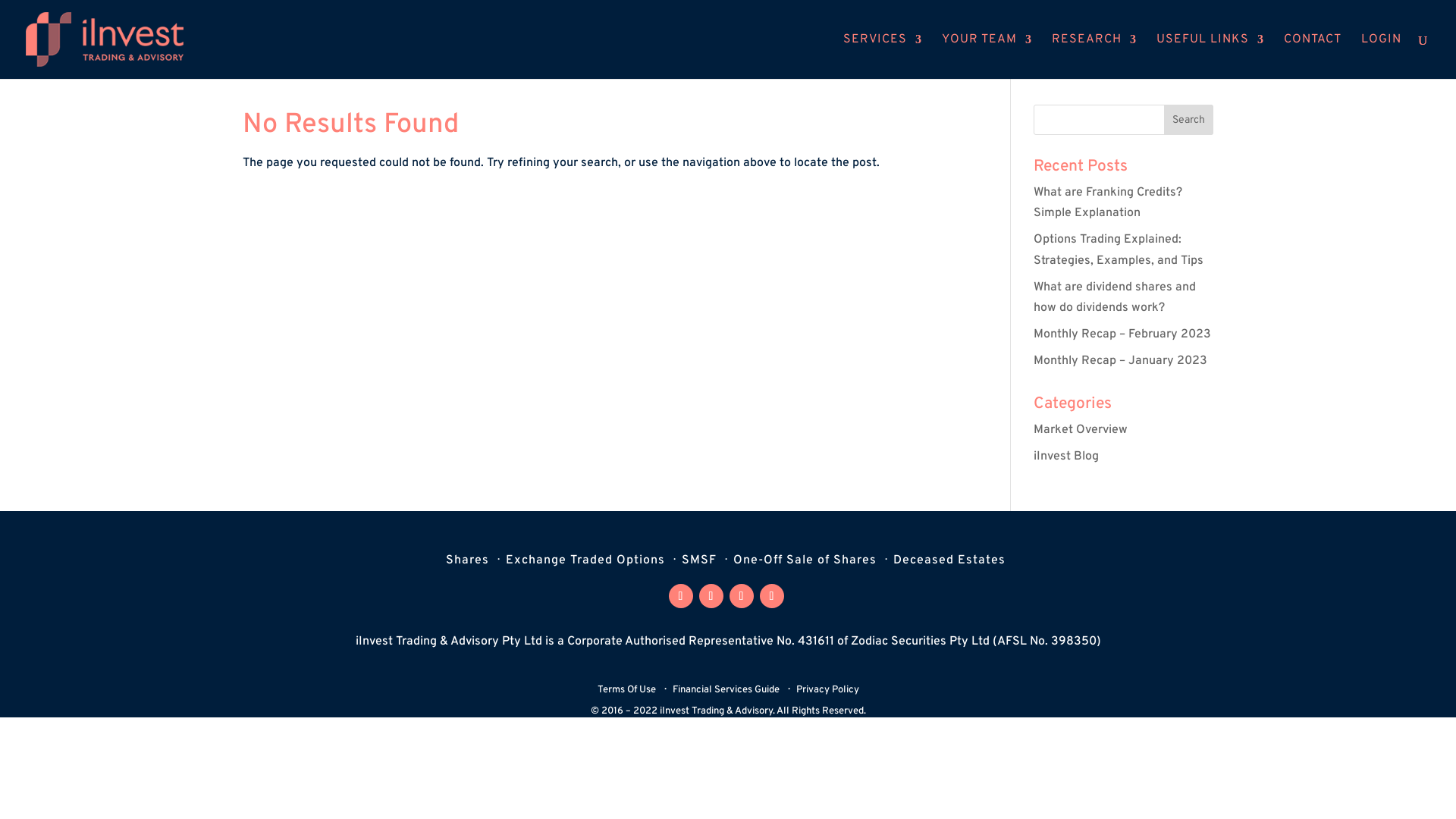  What do you see at coordinates (1156, 55) in the screenshot?
I see `'USEFUL LINKS'` at bounding box center [1156, 55].